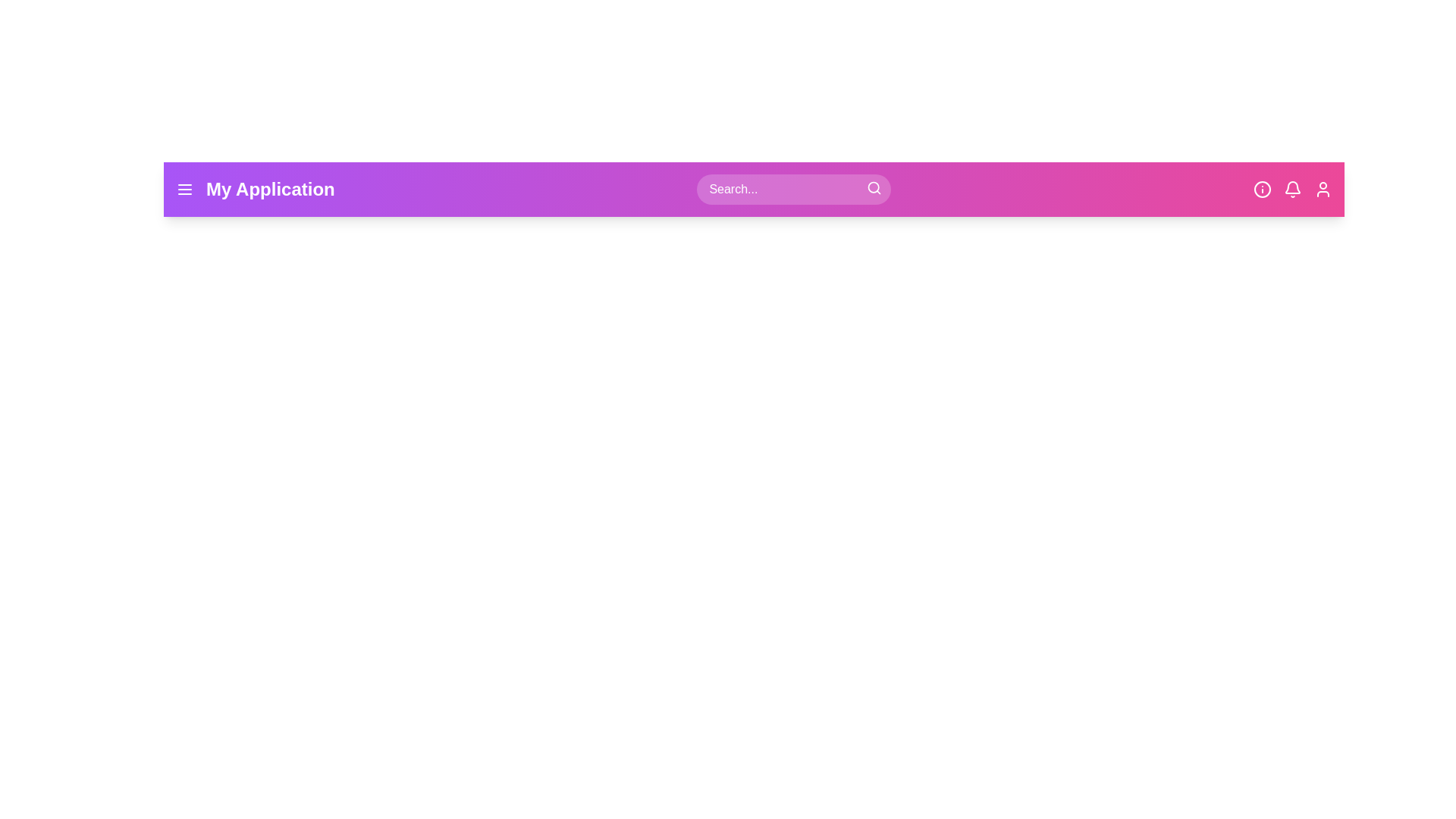 Image resolution: width=1456 pixels, height=819 pixels. What do you see at coordinates (1323, 189) in the screenshot?
I see `the User button` at bounding box center [1323, 189].